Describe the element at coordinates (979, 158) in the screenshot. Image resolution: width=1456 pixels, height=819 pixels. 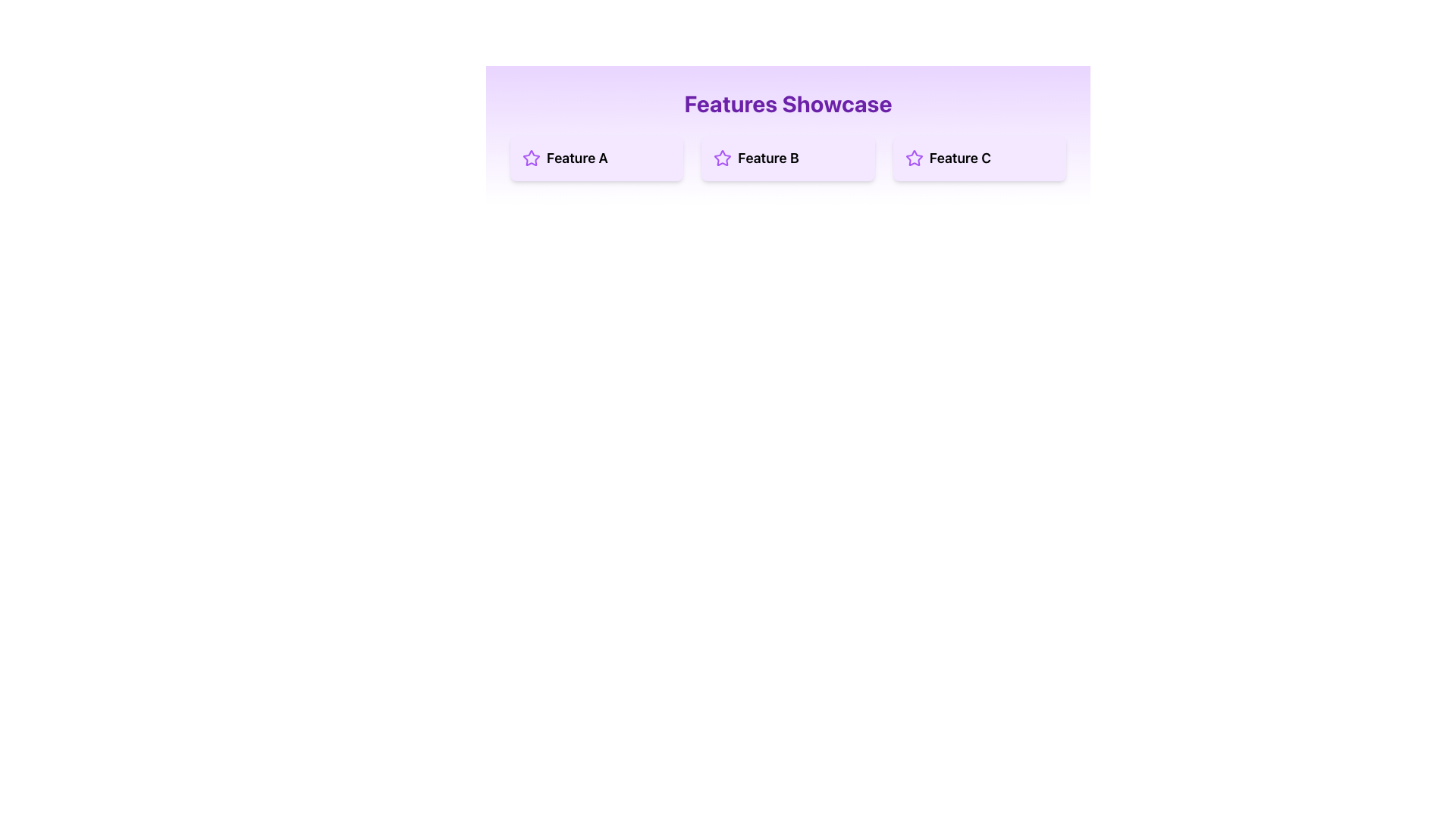
I see `the 'Feature C' text element within the light purple rounded rectangle box for navigation or interaction` at that location.